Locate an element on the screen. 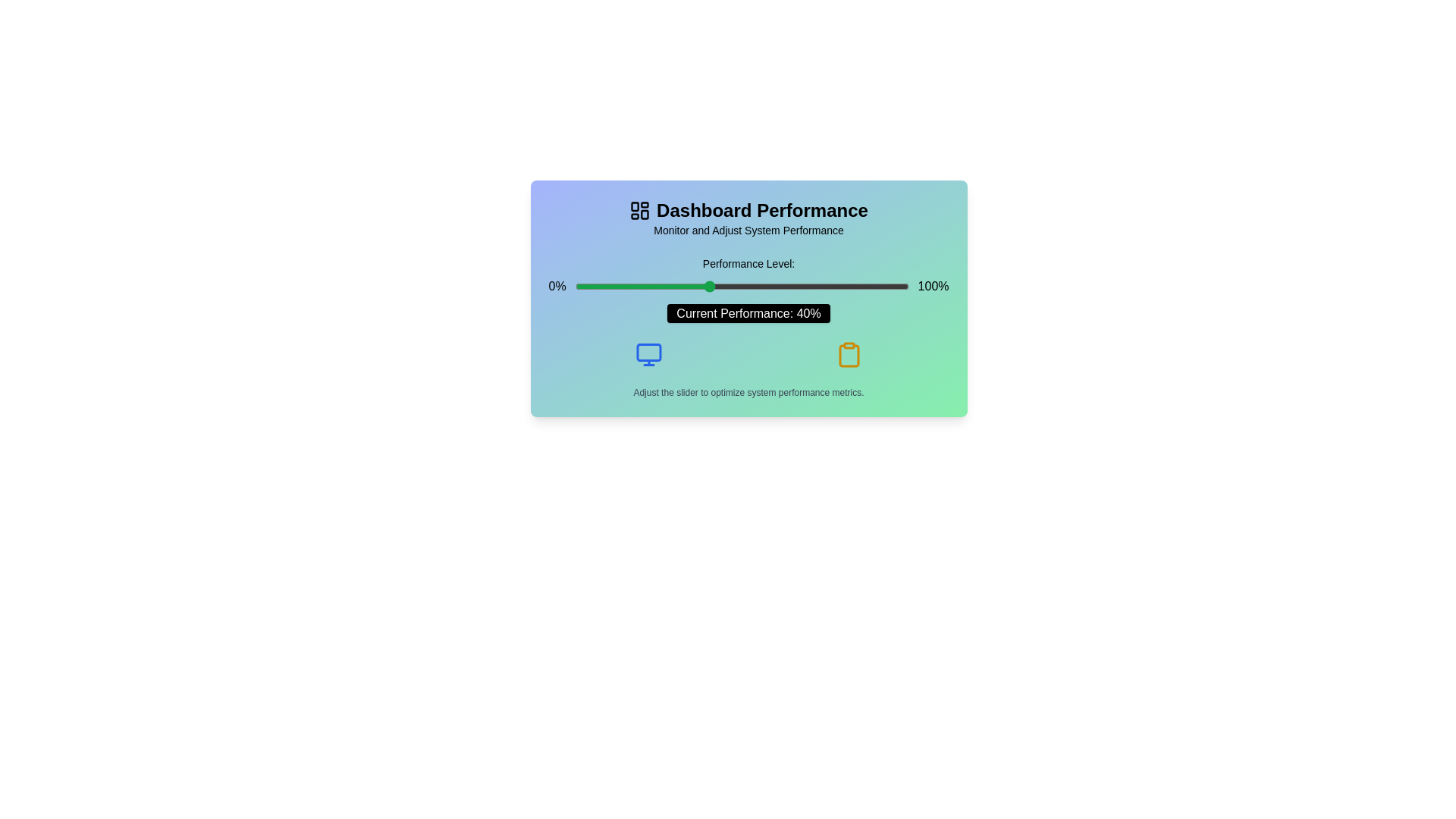 This screenshot has width=1456, height=819. the slider to set the performance level to 22% is located at coordinates (648, 287).